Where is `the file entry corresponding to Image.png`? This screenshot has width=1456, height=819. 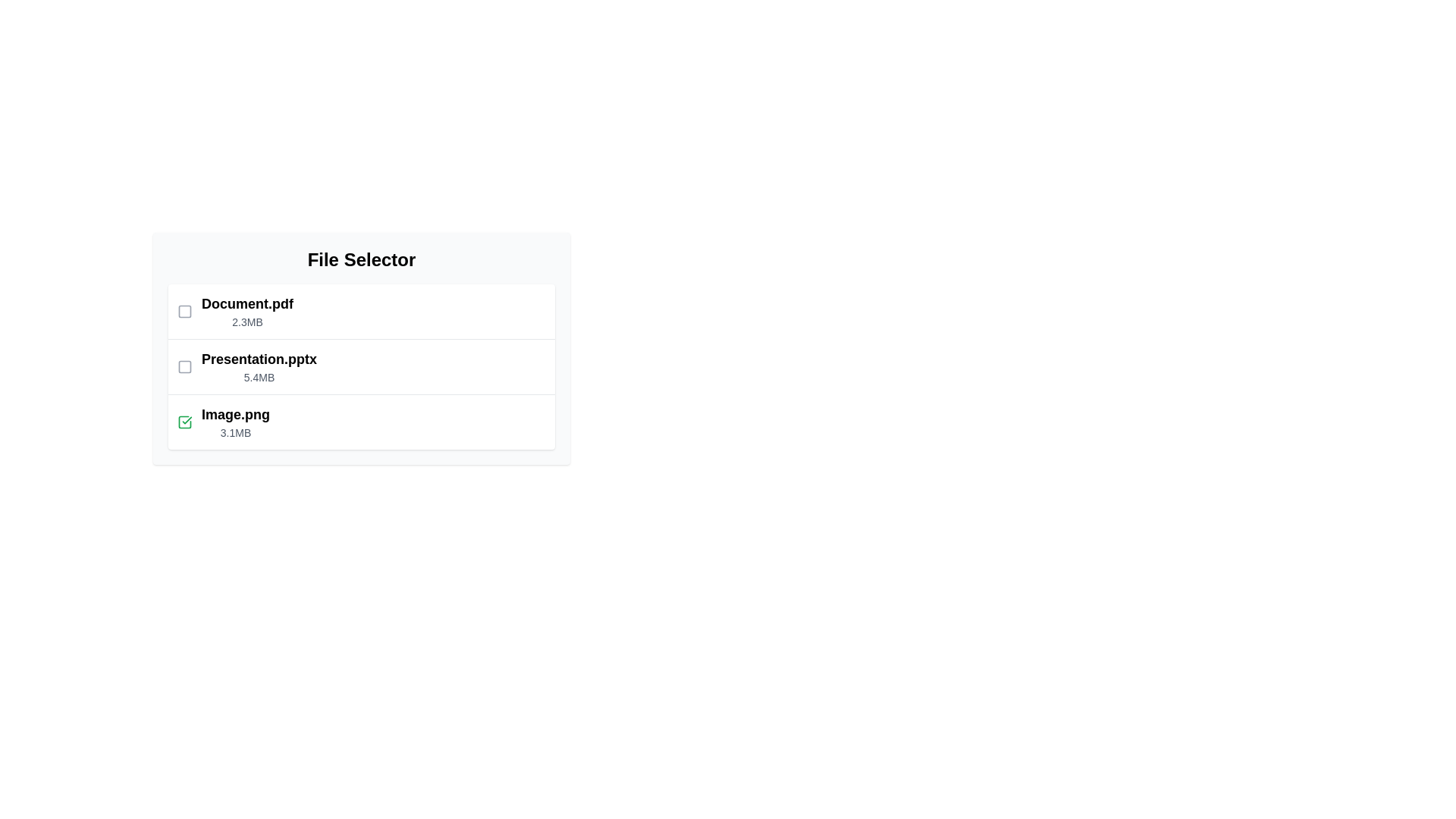 the file entry corresponding to Image.png is located at coordinates (360, 422).